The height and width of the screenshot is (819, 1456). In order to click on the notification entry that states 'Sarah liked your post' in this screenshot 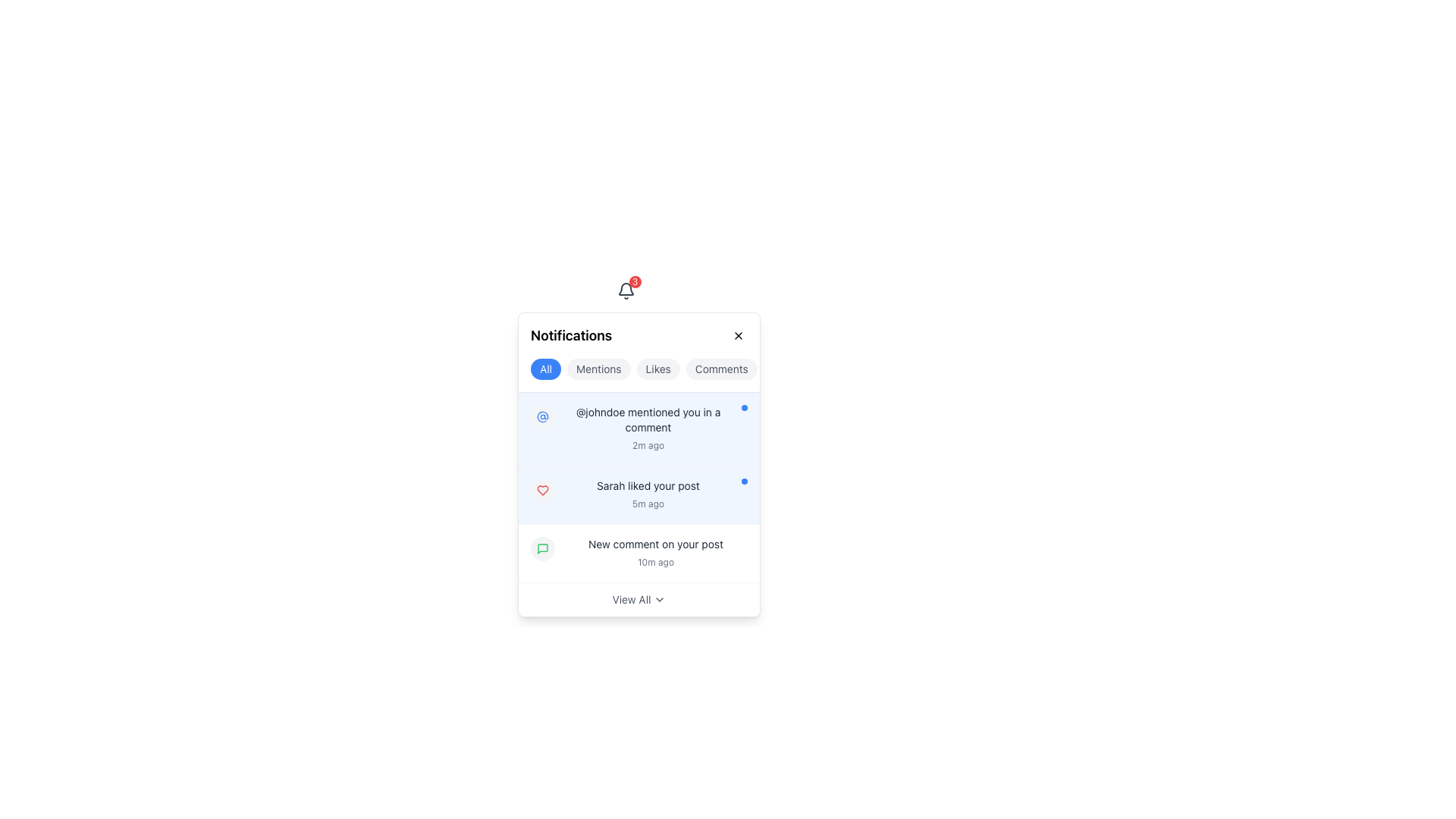, I will do `click(648, 494)`.